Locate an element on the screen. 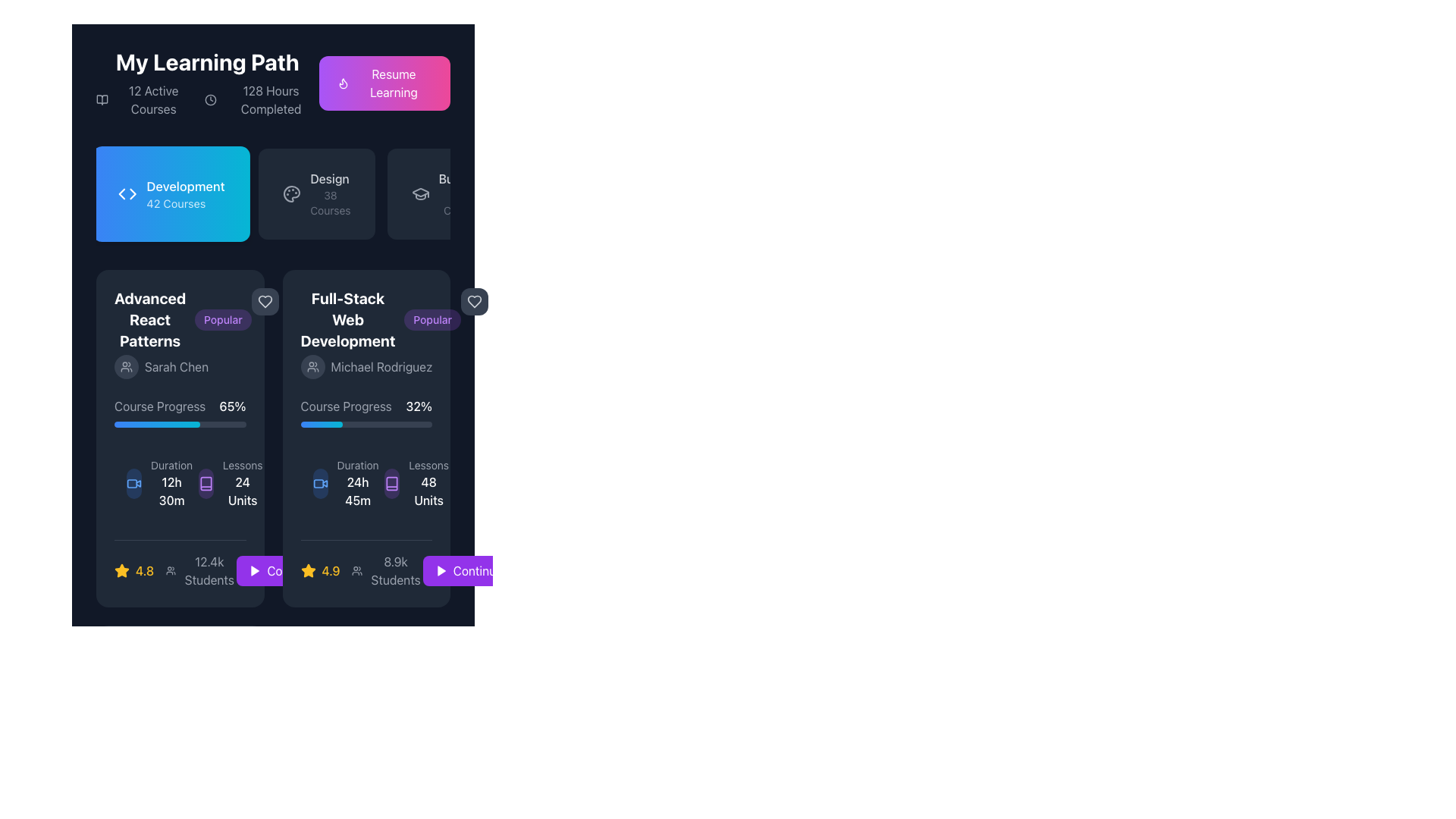 This screenshot has height=819, width=1456. the text label displaying '48 Units' in the 'Lessons 48 Units' section of the 'Full-Stack Web Development' card is located at coordinates (428, 491).